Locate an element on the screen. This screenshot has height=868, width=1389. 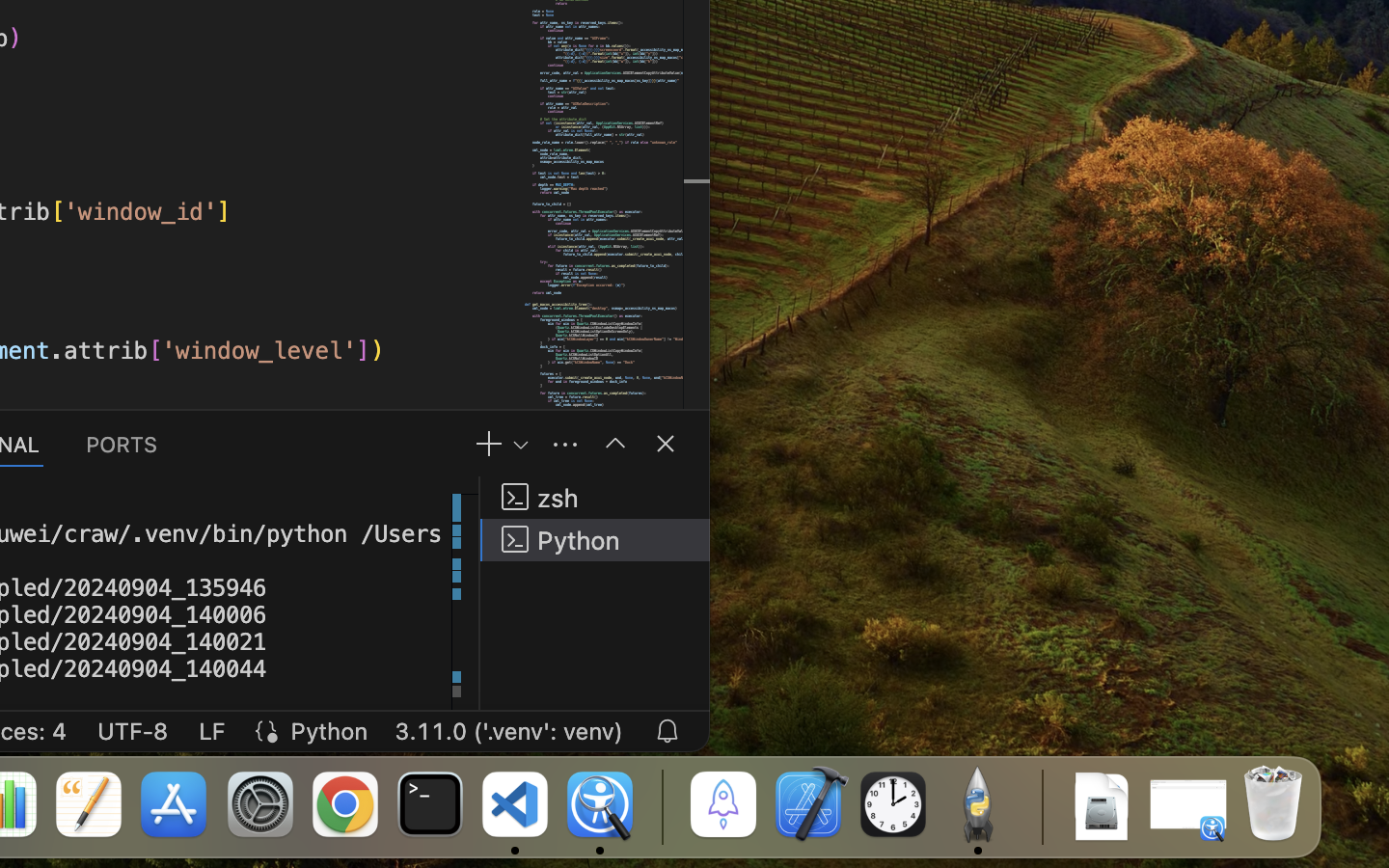
'zsh ' is located at coordinates (594, 496).